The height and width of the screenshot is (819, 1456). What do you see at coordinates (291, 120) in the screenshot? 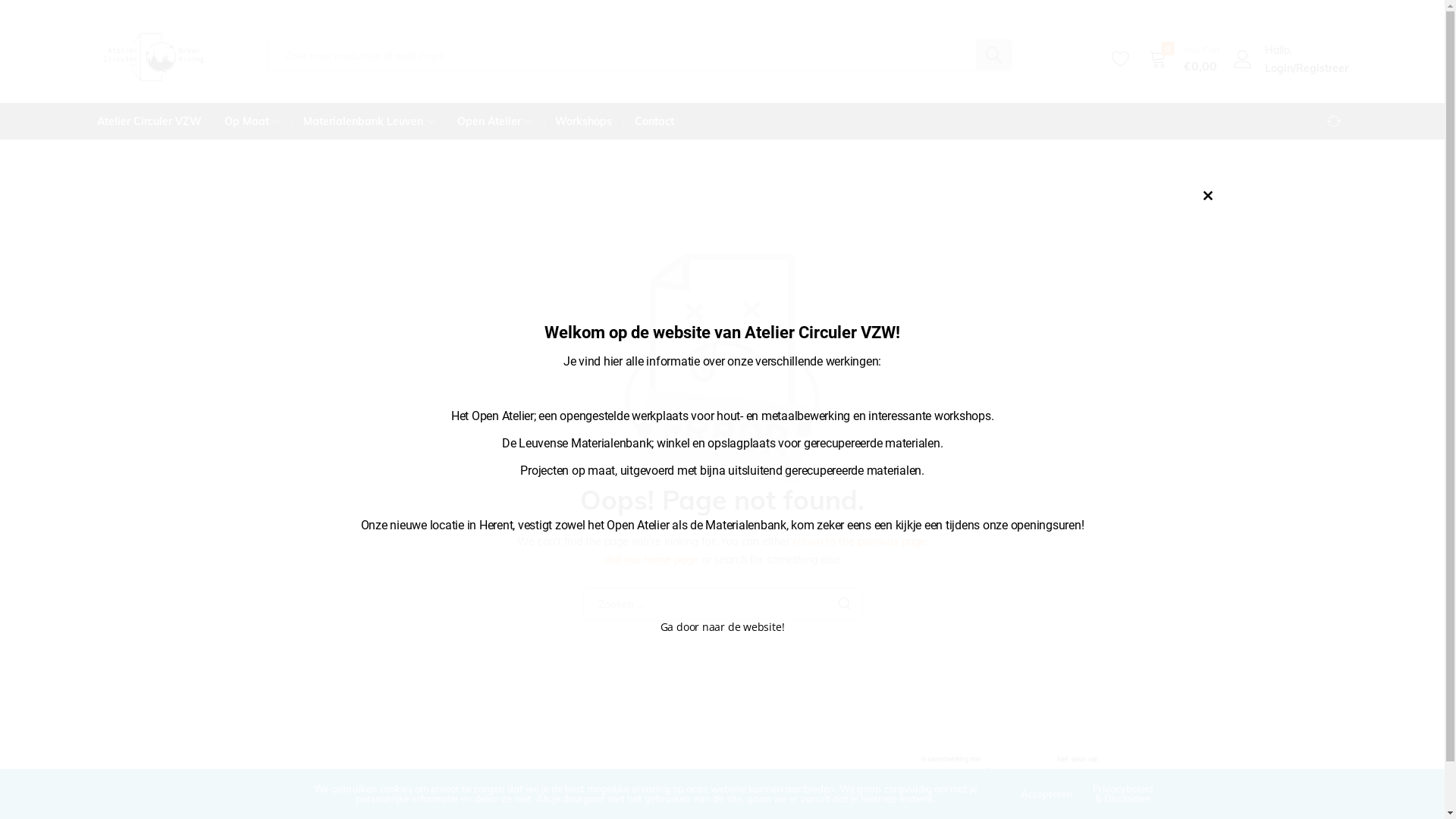
I see `'Materialenbank Leuven'` at bounding box center [291, 120].